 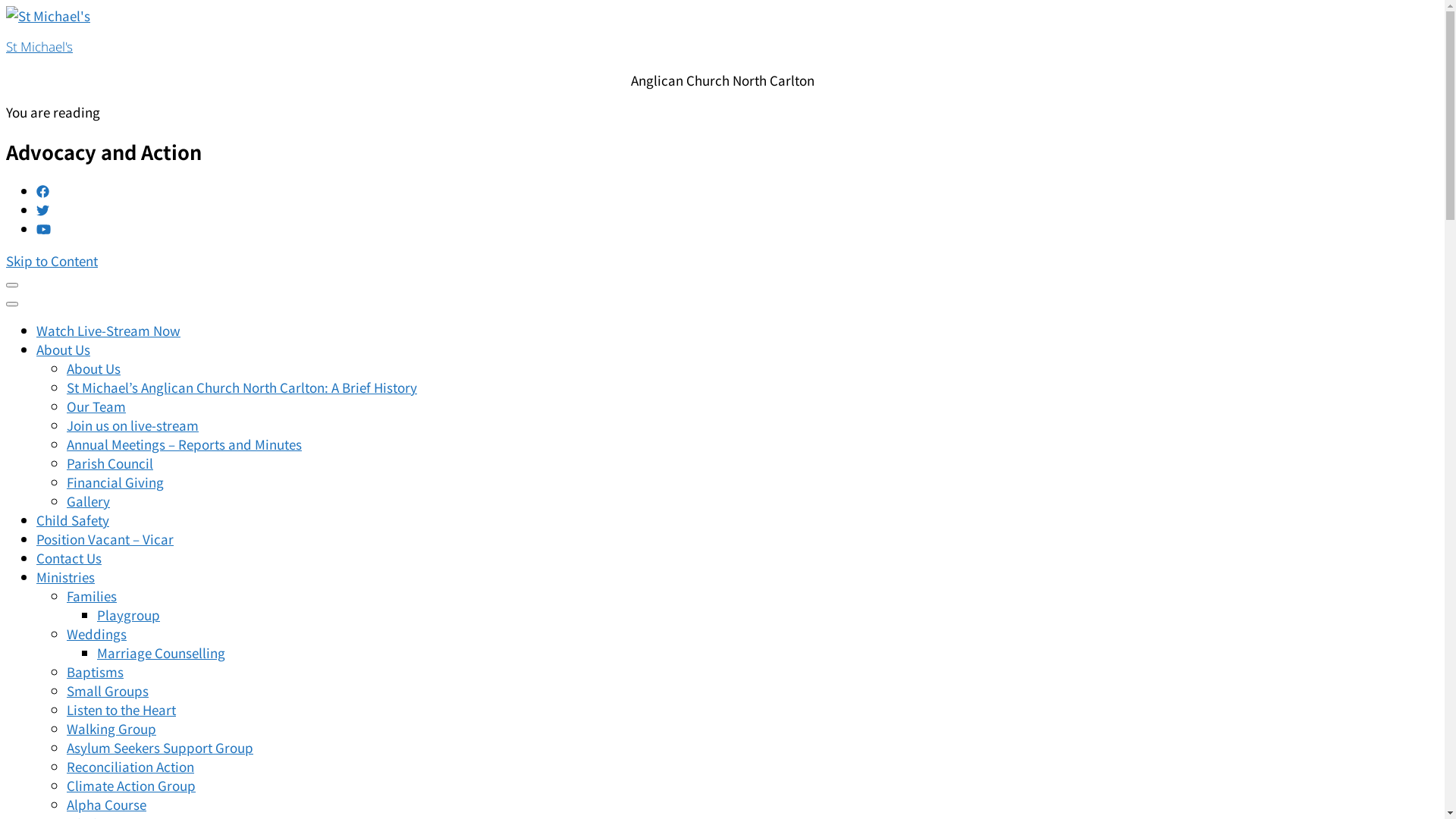 What do you see at coordinates (52, 259) in the screenshot?
I see `'Skip to Content'` at bounding box center [52, 259].